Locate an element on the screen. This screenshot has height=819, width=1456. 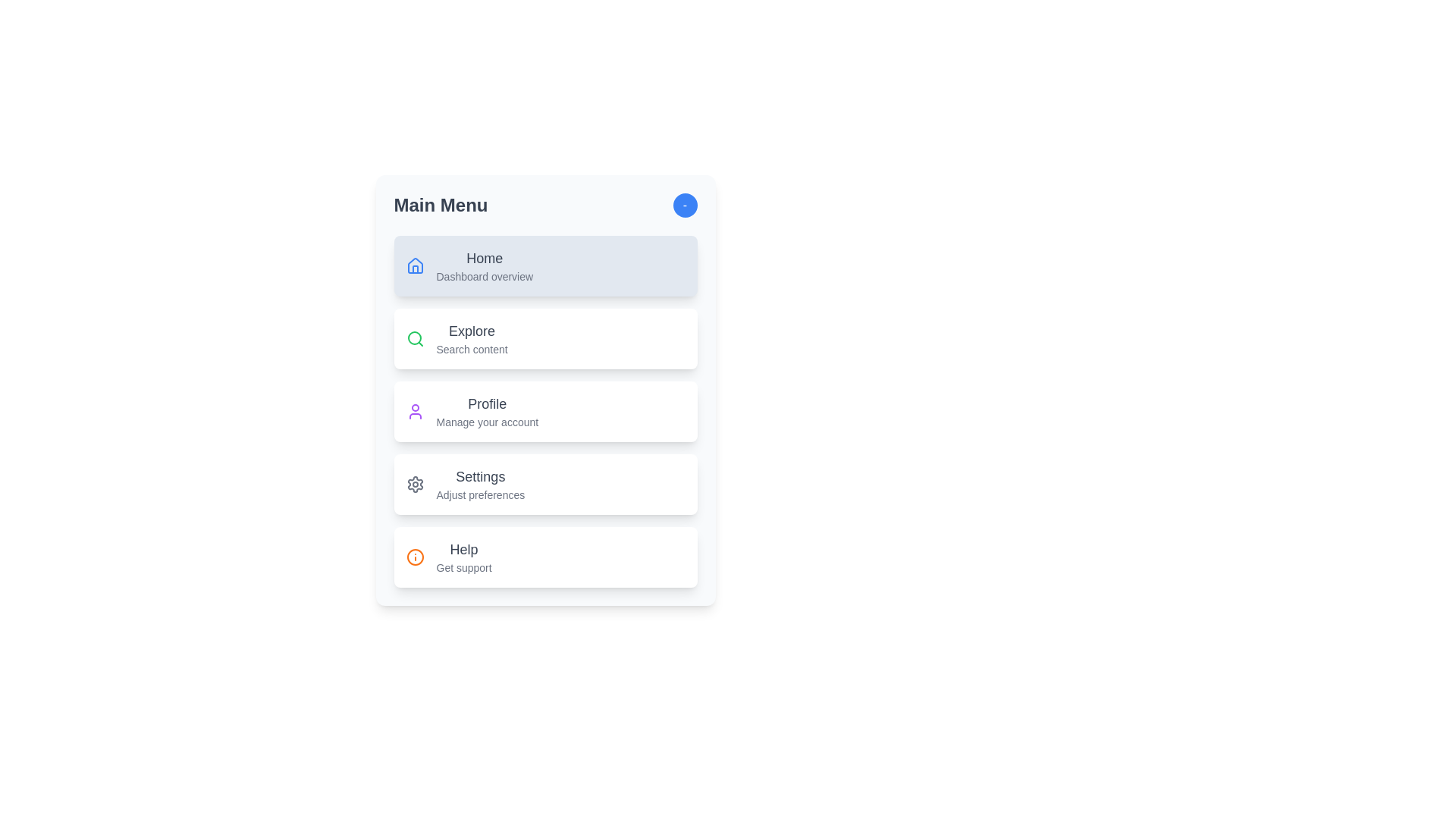
the menu item Settings by clicking on it is located at coordinates (545, 485).